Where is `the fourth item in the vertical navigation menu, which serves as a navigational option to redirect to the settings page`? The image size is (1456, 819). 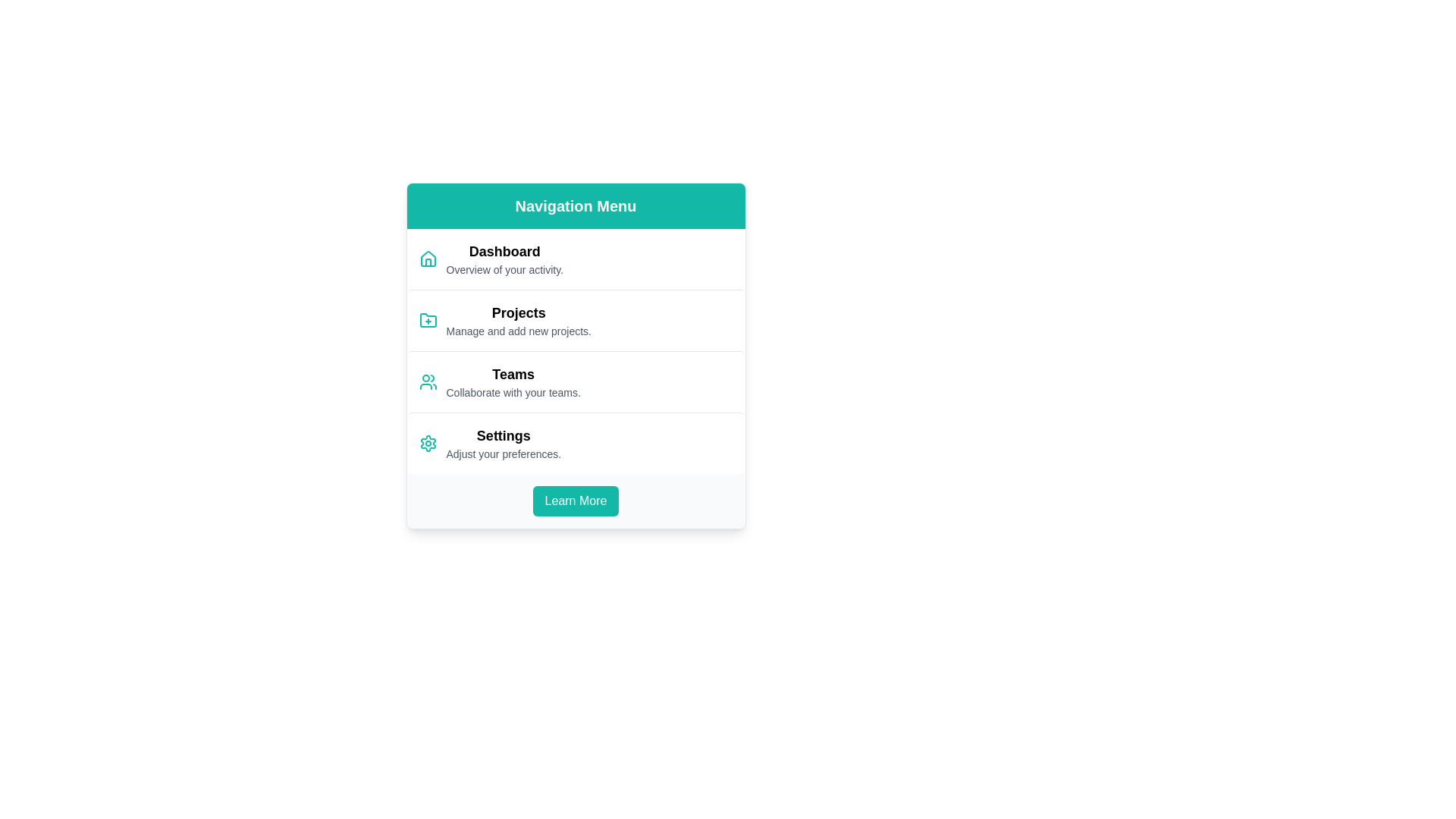
the fourth item in the vertical navigation menu, which serves as a navigational option to redirect to the settings page is located at coordinates (575, 443).